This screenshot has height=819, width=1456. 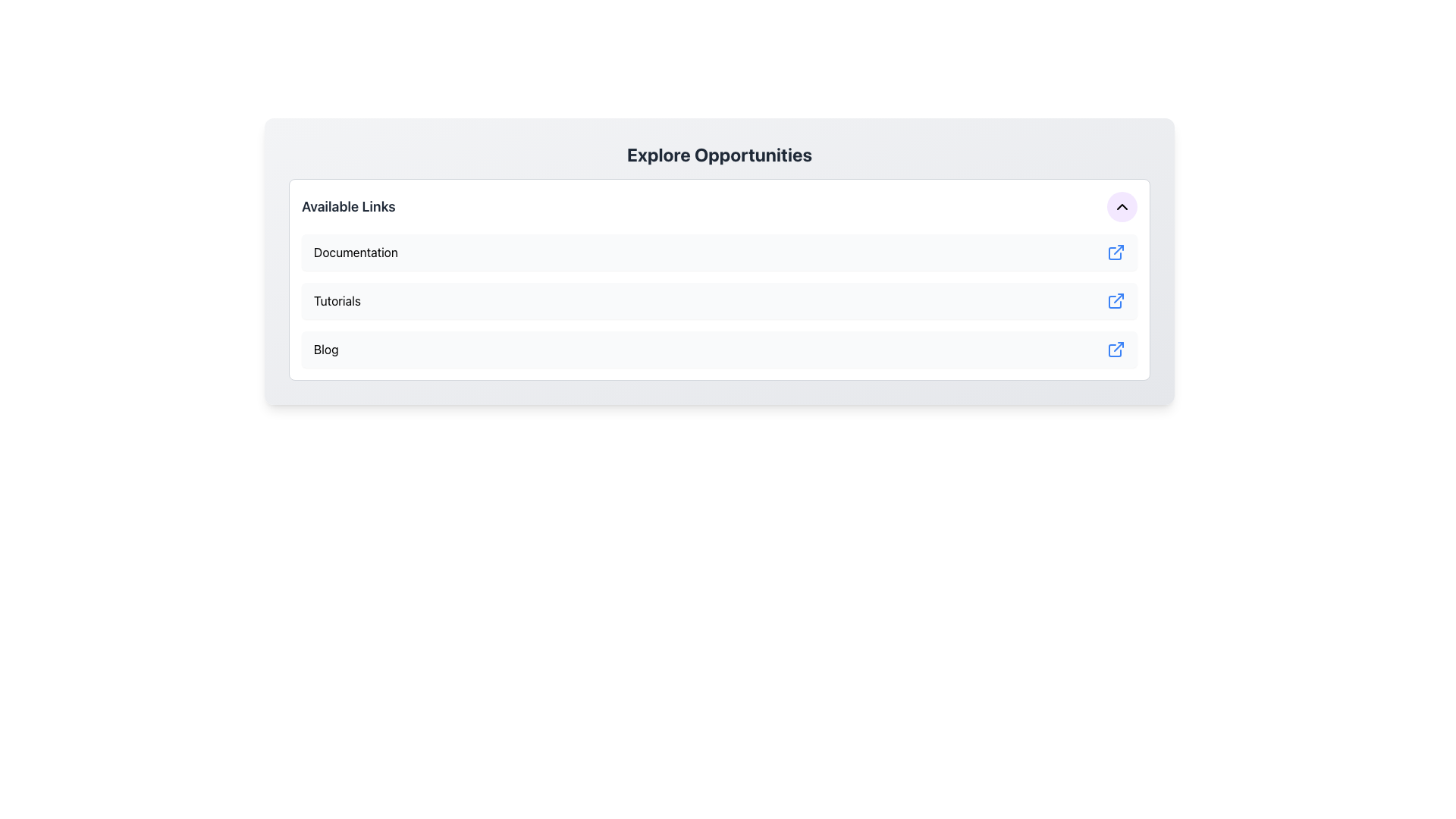 I want to click on the external link icon in the 'Blog' row, so click(x=1116, y=350).